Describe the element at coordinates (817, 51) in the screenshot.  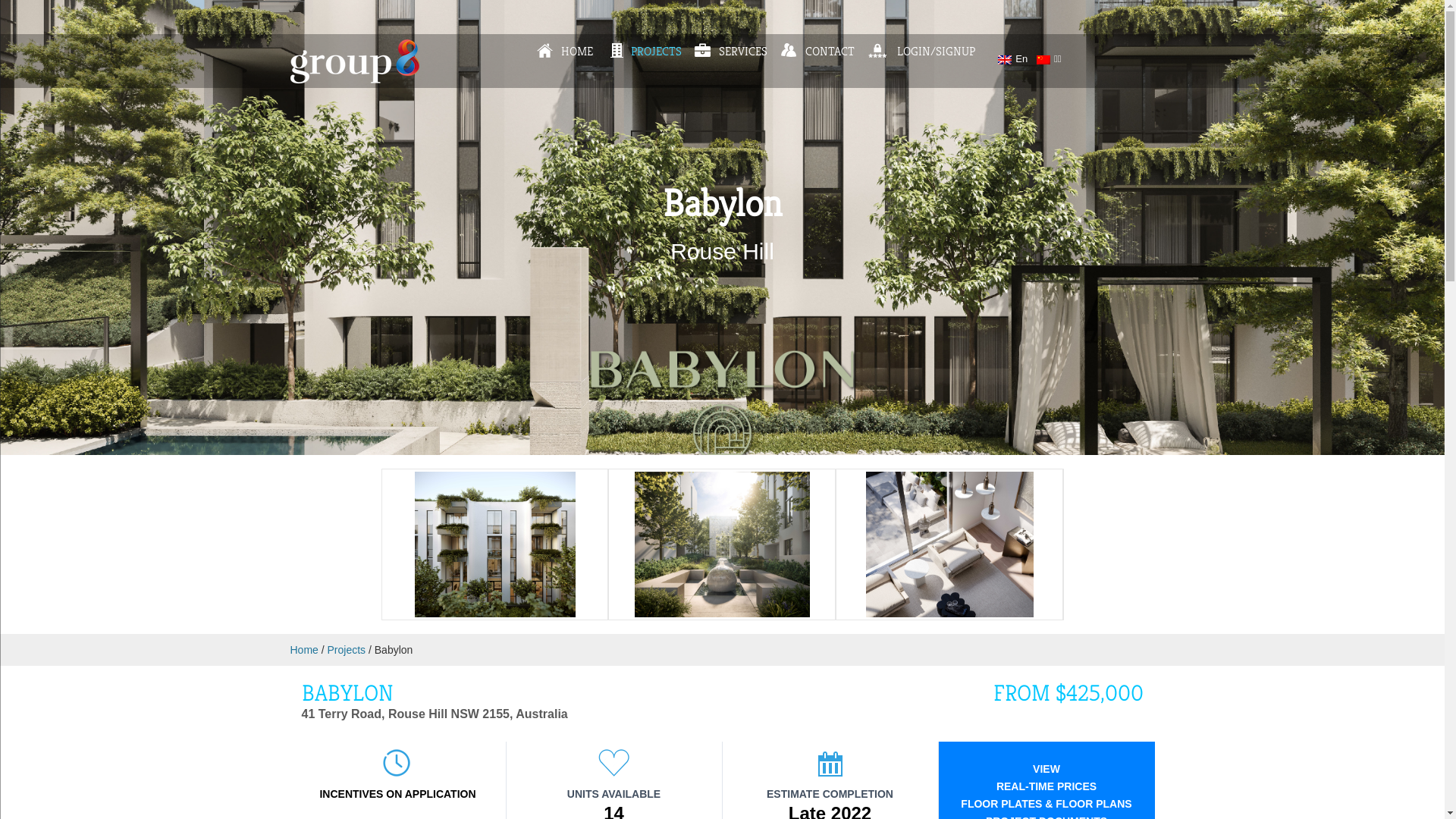
I see `'CONTACT'` at that location.